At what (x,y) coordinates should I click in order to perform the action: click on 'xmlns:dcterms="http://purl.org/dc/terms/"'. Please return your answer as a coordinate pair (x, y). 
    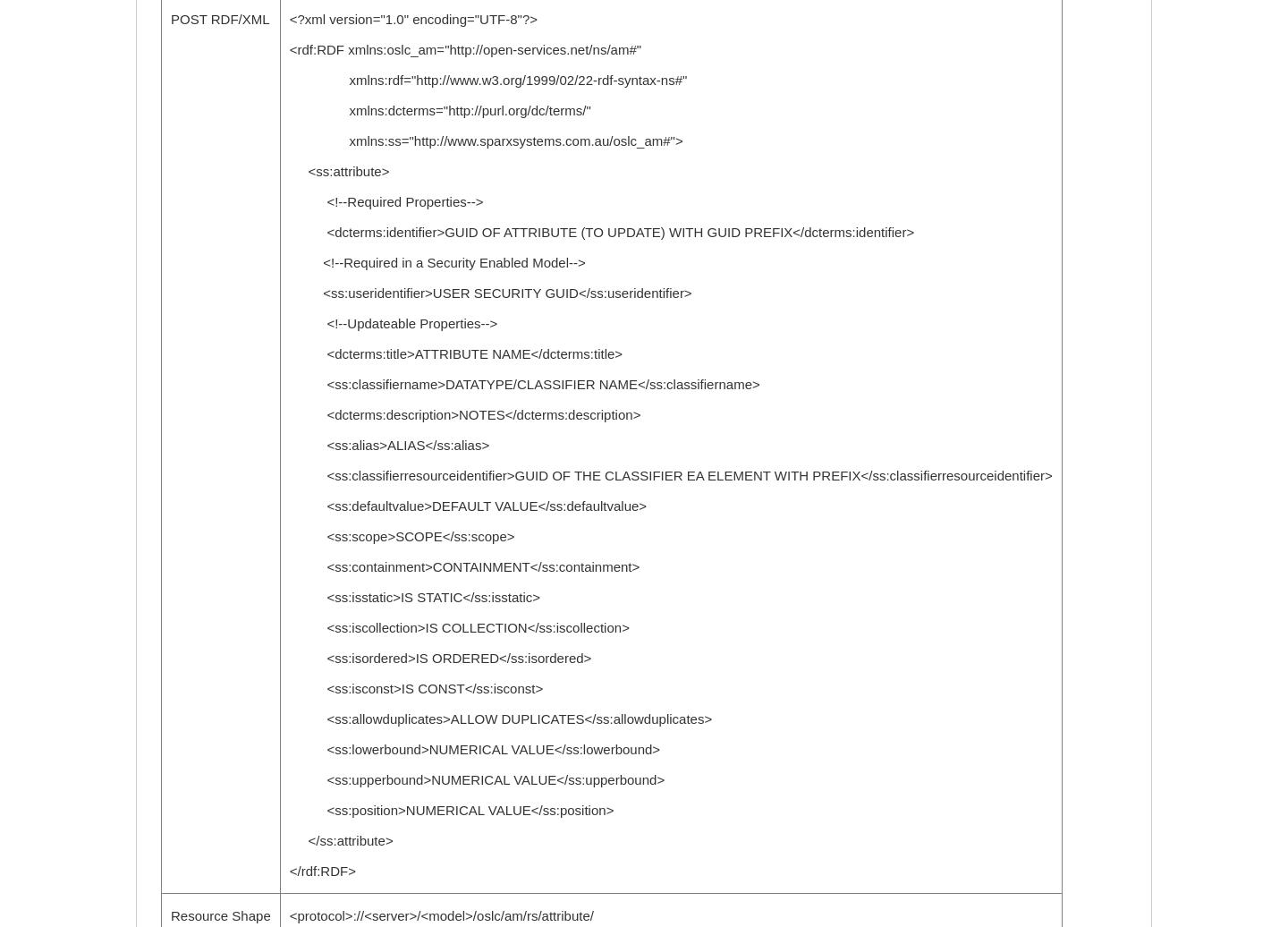
    Looking at the image, I should click on (438, 110).